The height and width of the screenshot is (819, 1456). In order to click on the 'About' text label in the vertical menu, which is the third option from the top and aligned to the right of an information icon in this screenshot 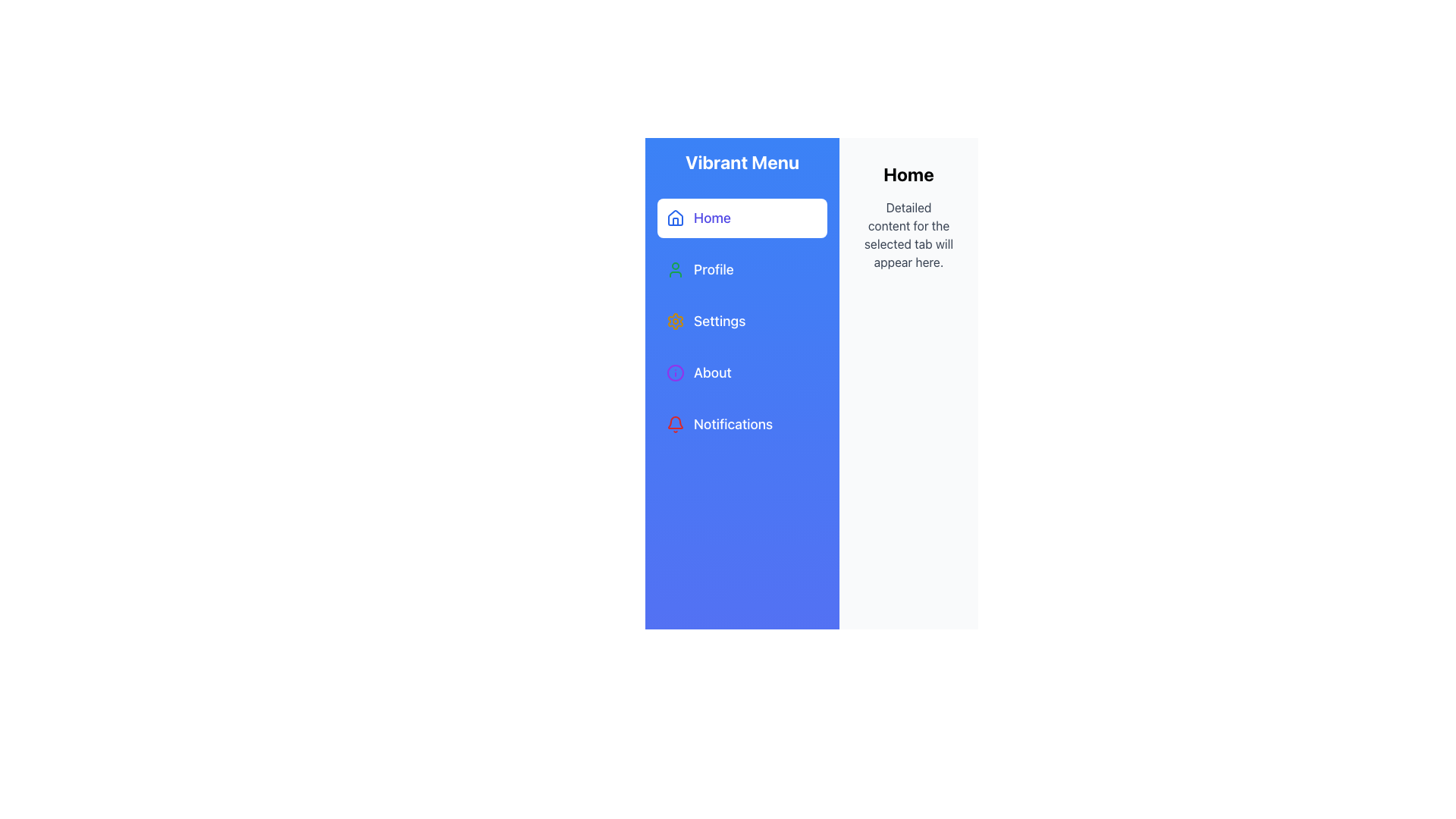, I will do `click(711, 373)`.